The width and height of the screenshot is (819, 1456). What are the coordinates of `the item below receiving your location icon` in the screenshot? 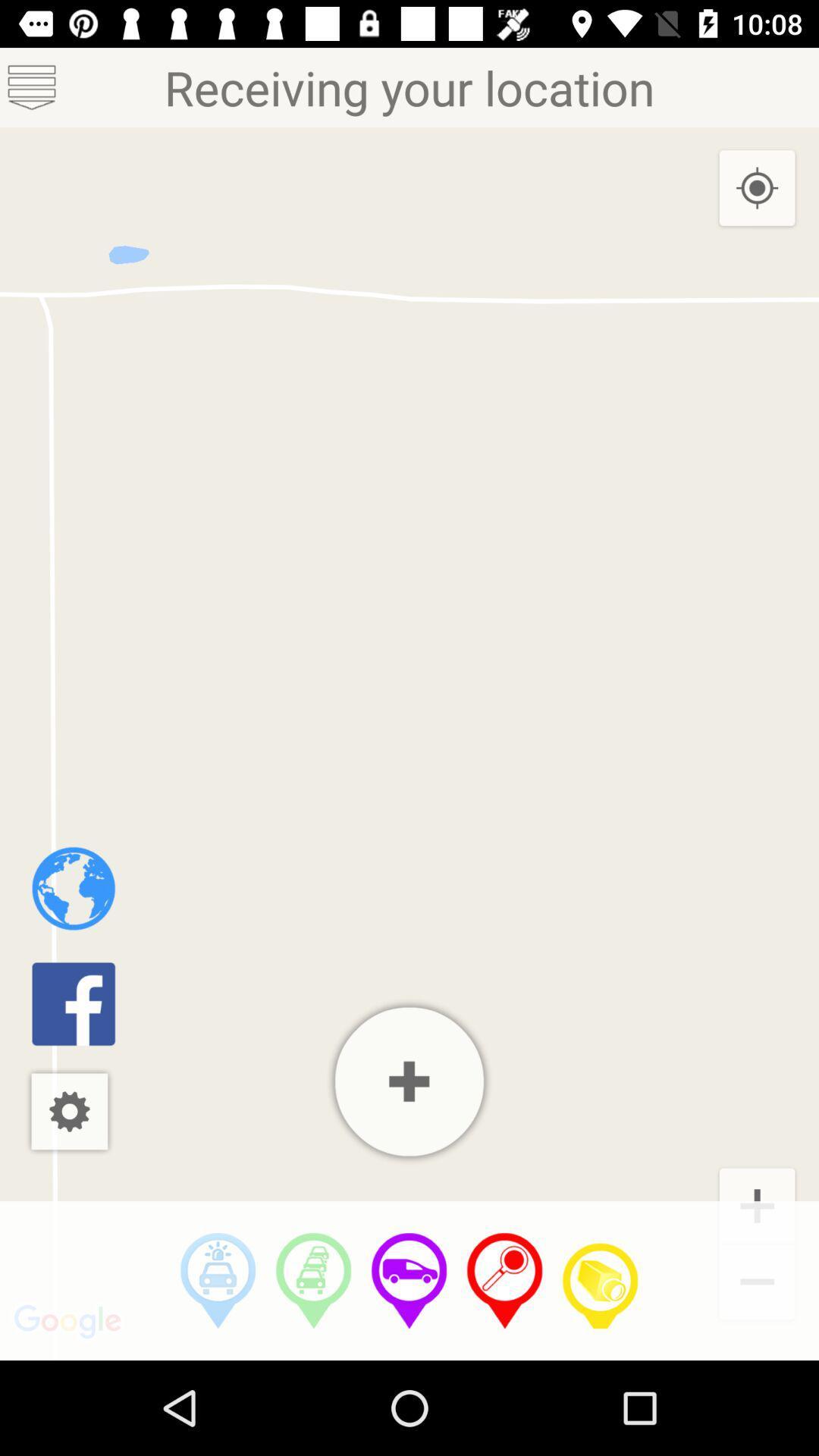 It's located at (757, 188).